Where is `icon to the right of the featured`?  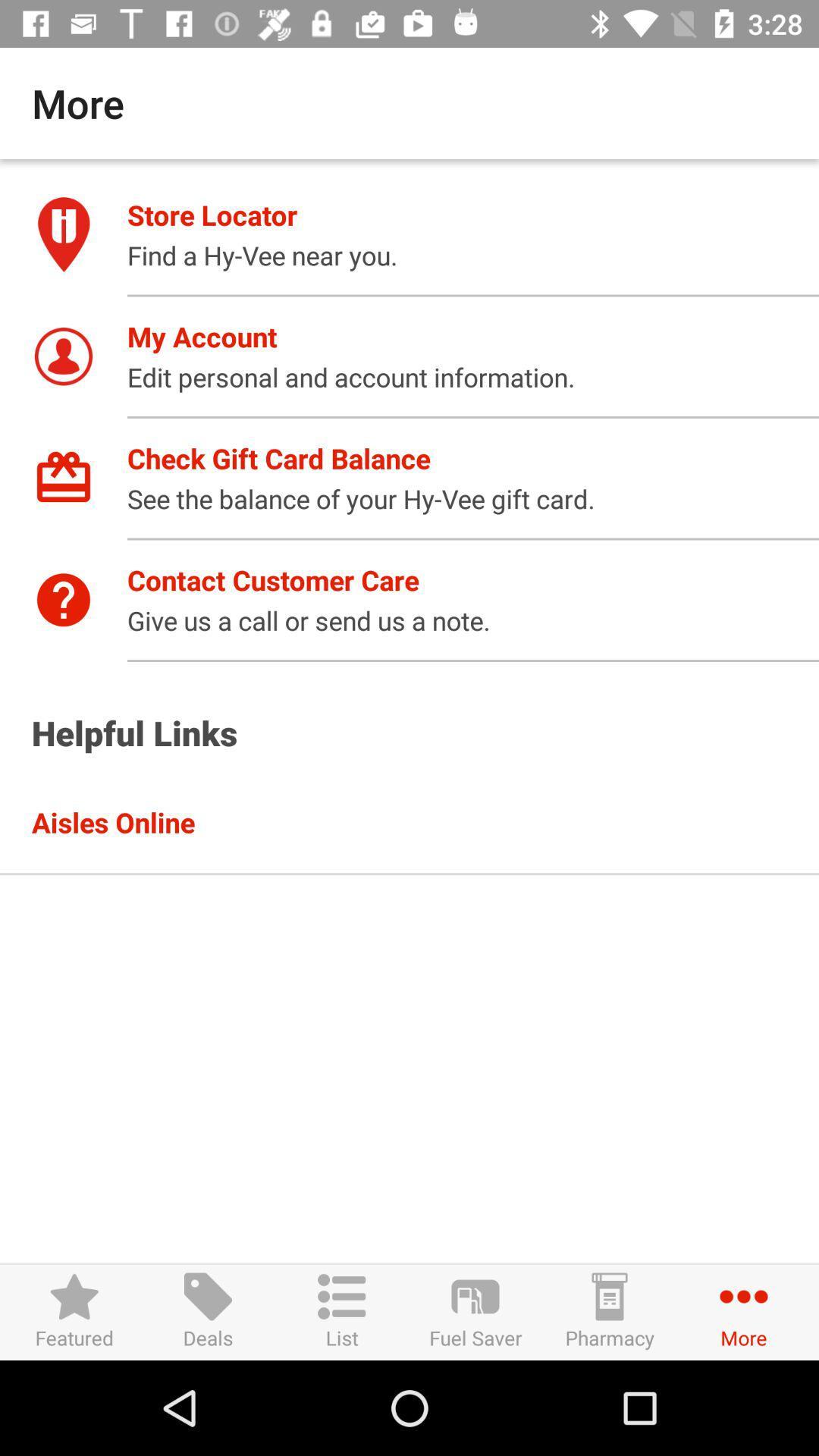
icon to the right of the featured is located at coordinates (208, 1311).